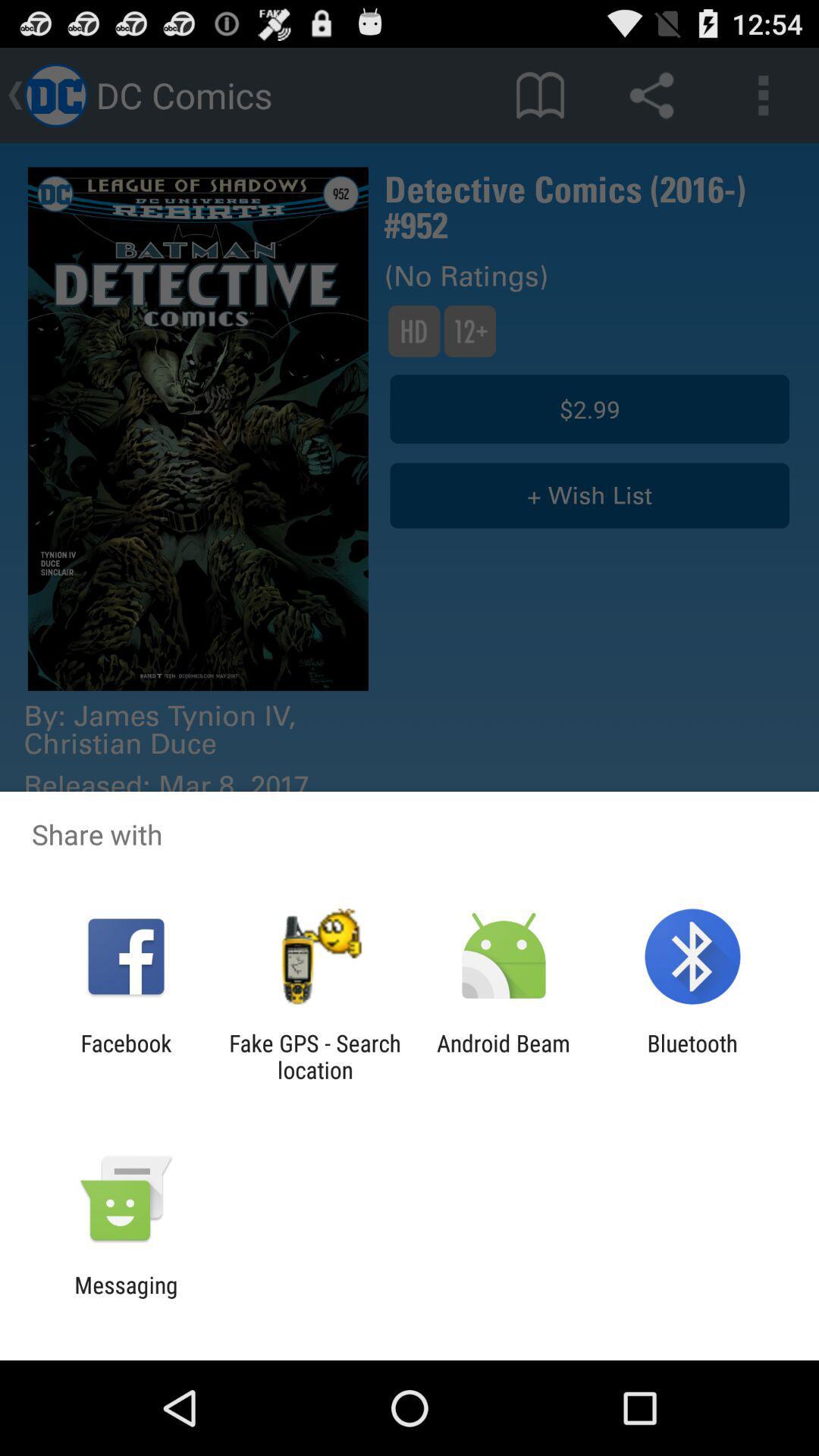 The width and height of the screenshot is (819, 1456). What do you see at coordinates (314, 1056) in the screenshot?
I see `the item next to android beam item` at bounding box center [314, 1056].